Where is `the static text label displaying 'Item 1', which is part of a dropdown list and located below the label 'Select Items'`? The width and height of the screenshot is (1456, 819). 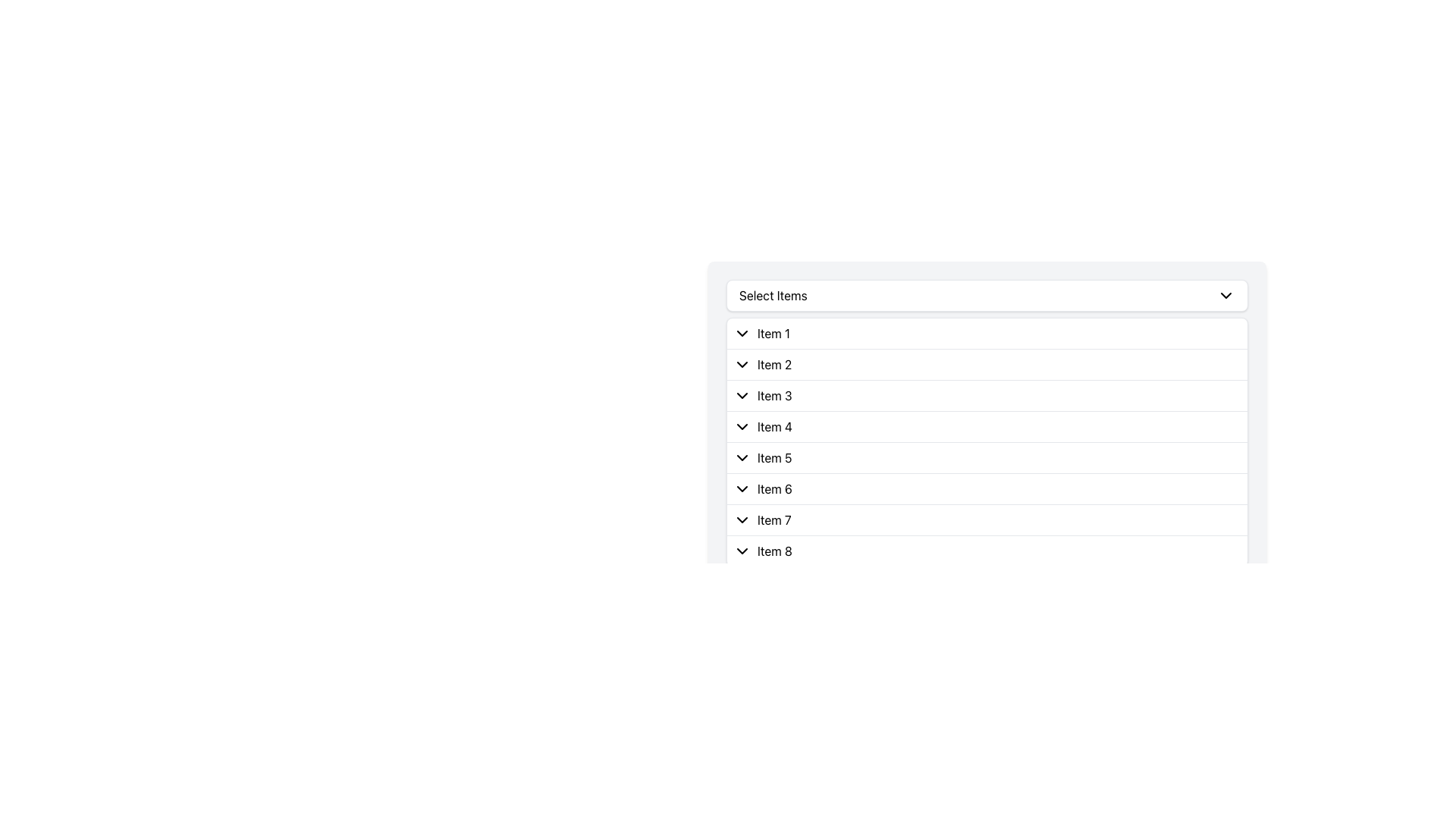 the static text label displaying 'Item 1', which is part of a dropdown list and located below the label 'Select Items' is located at coordinates (773, 332).